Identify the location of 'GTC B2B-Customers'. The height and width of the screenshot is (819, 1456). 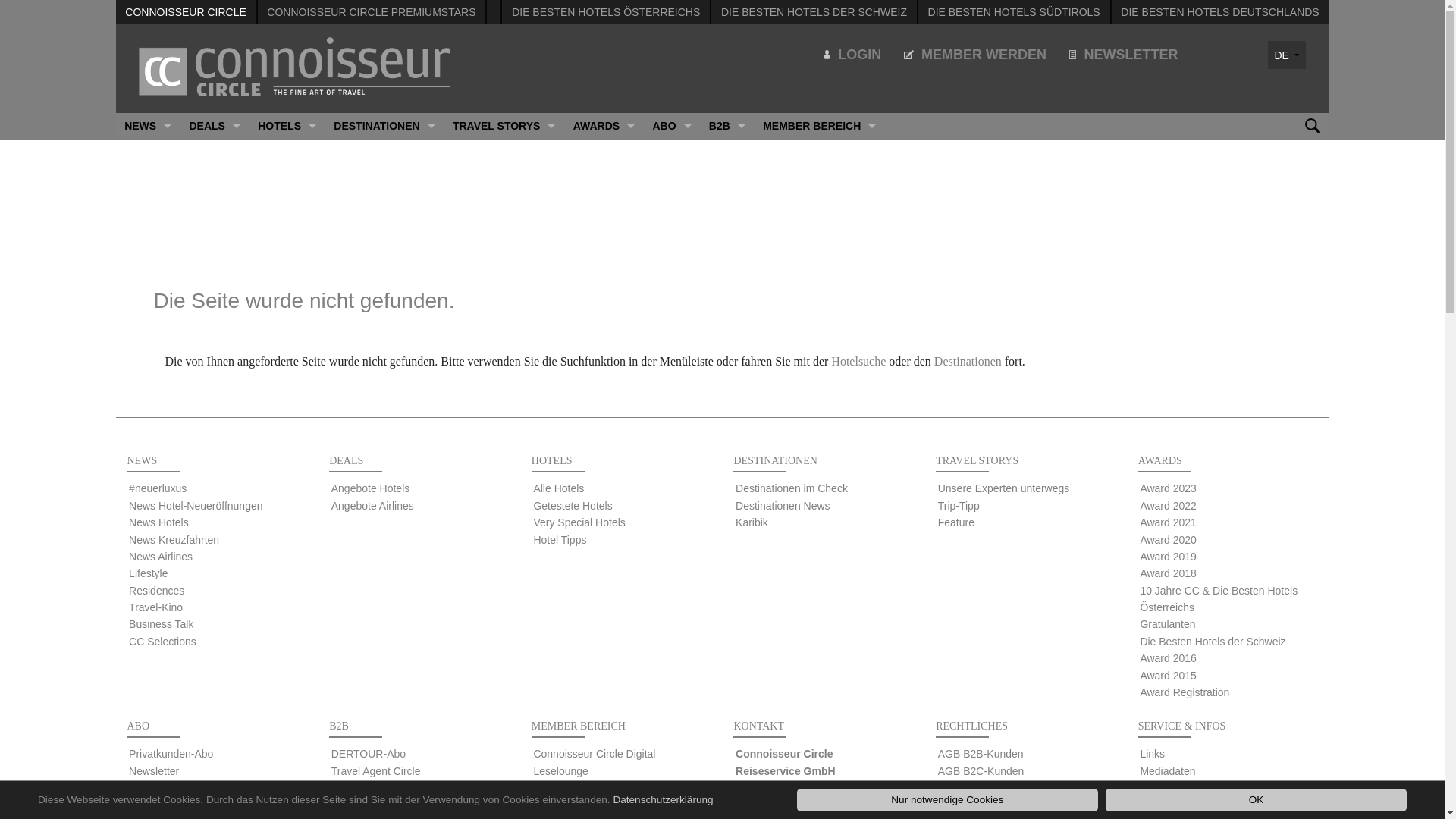
(937, 786).